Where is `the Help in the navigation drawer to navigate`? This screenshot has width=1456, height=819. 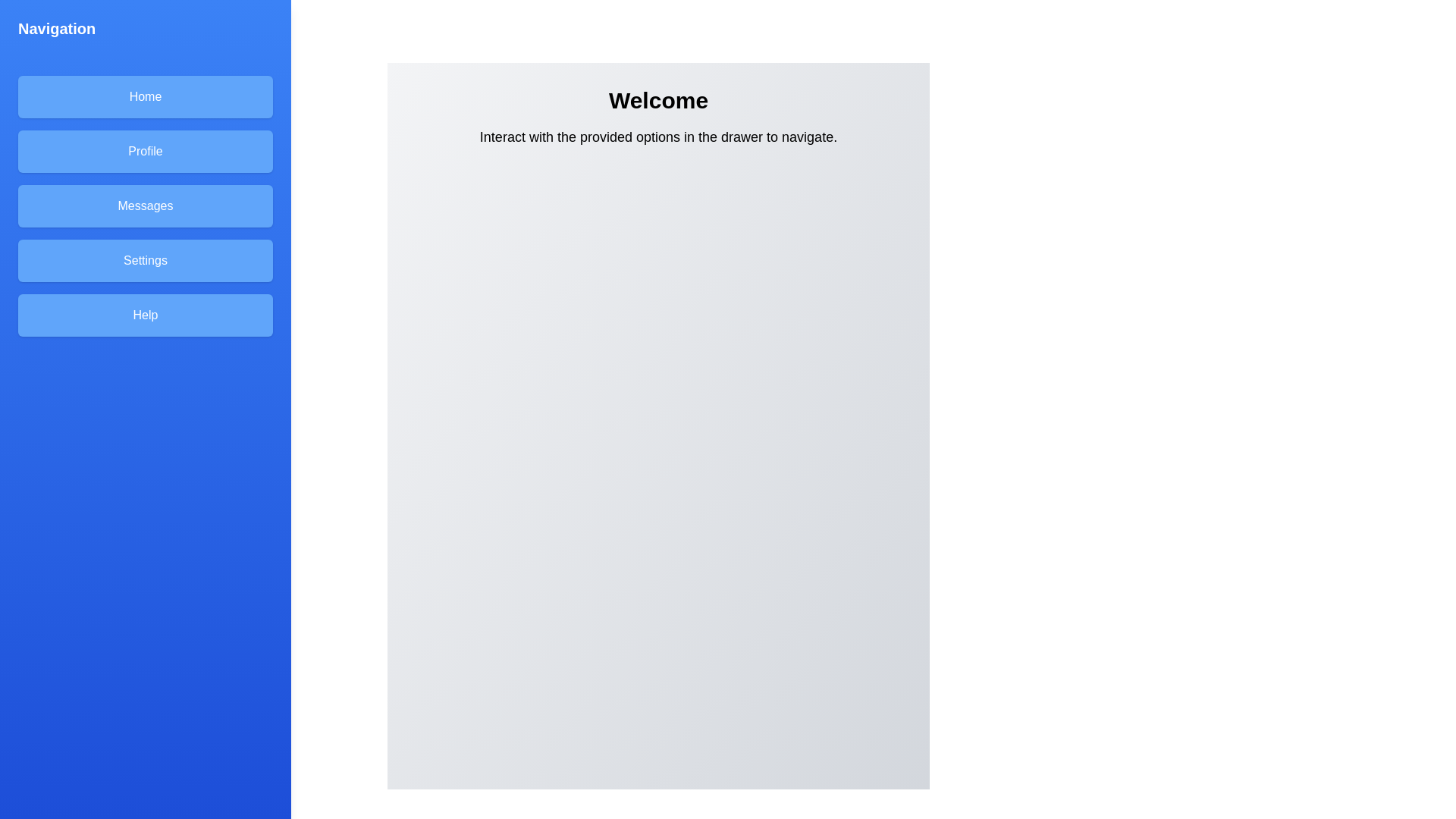
the Help in the navigation drawer to navigate is located at coordinates (146, 315).